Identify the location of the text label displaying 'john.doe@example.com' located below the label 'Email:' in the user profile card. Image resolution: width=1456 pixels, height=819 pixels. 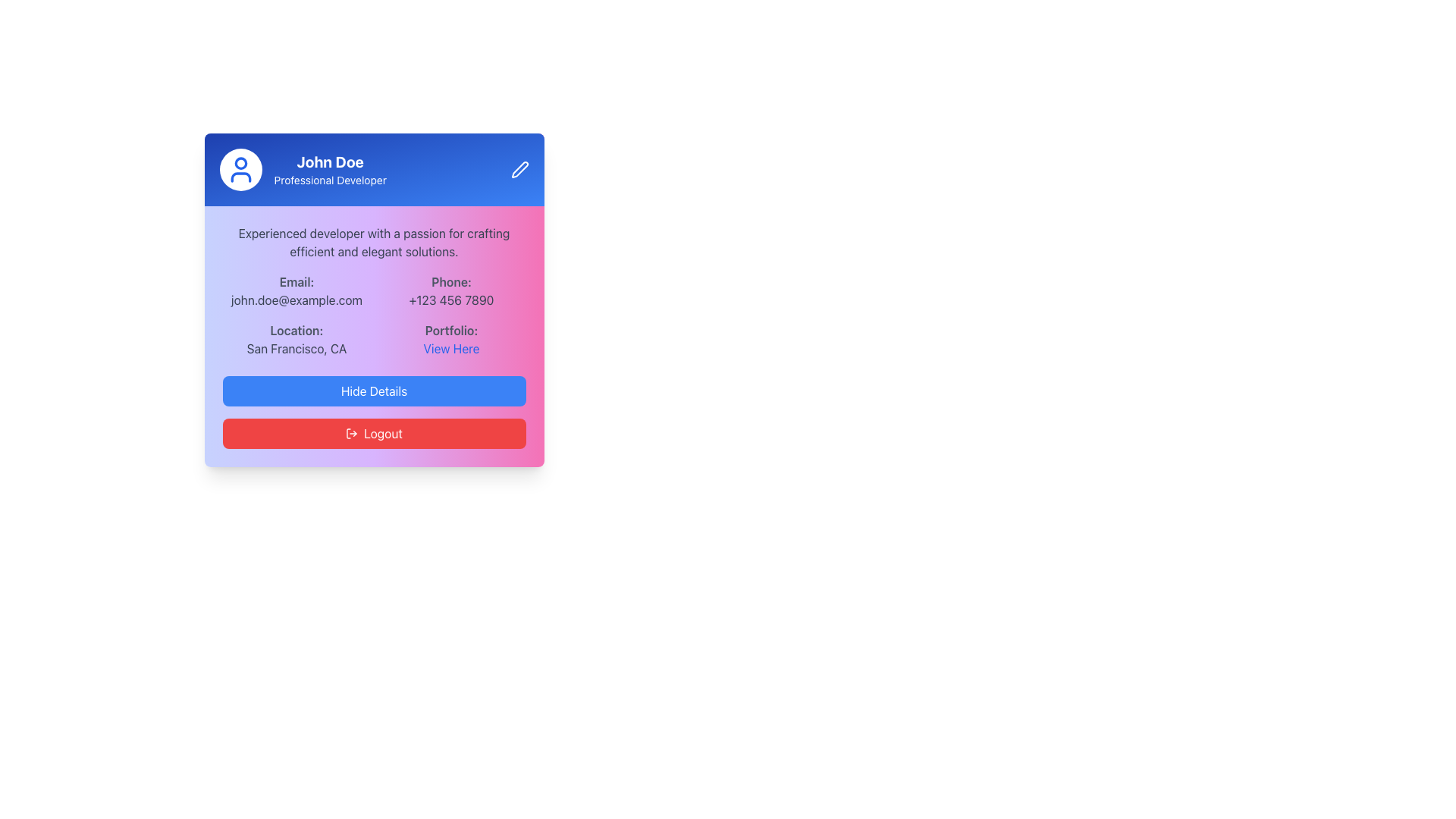
(297, 300).